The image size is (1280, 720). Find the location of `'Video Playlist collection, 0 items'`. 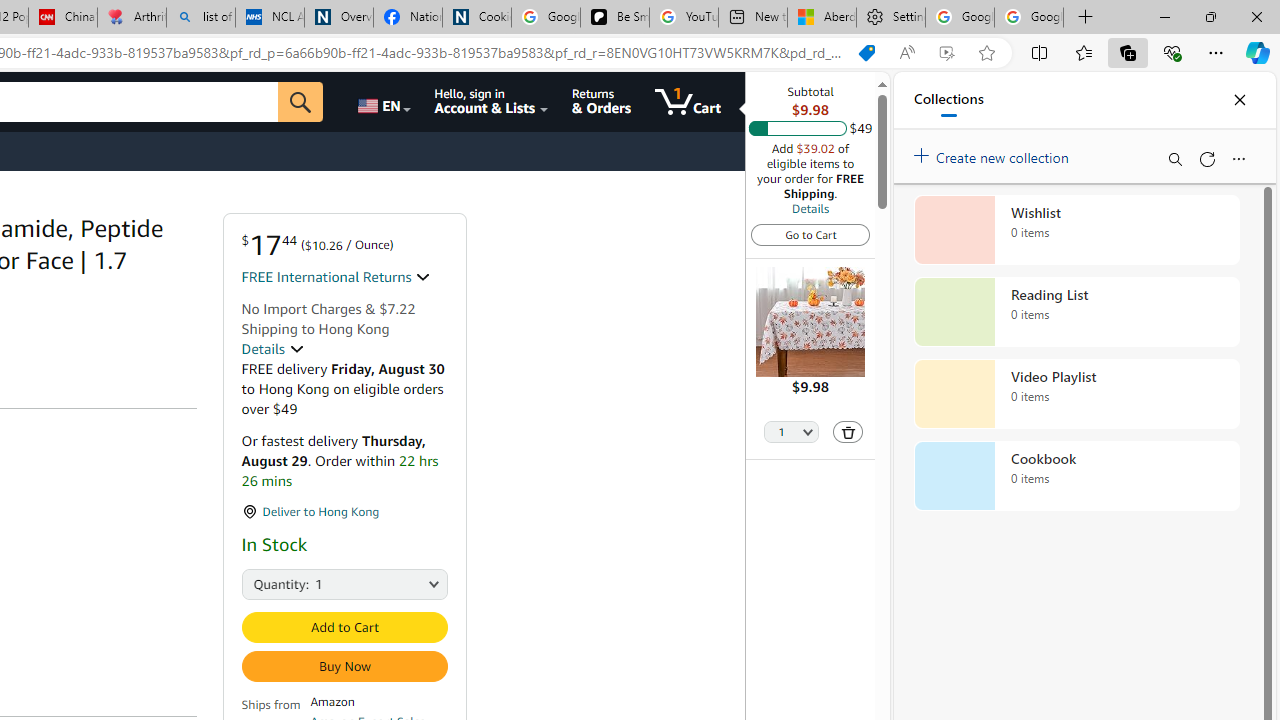

'Video Playlist collection, 0 items' is located at coordinates (1076, 394).